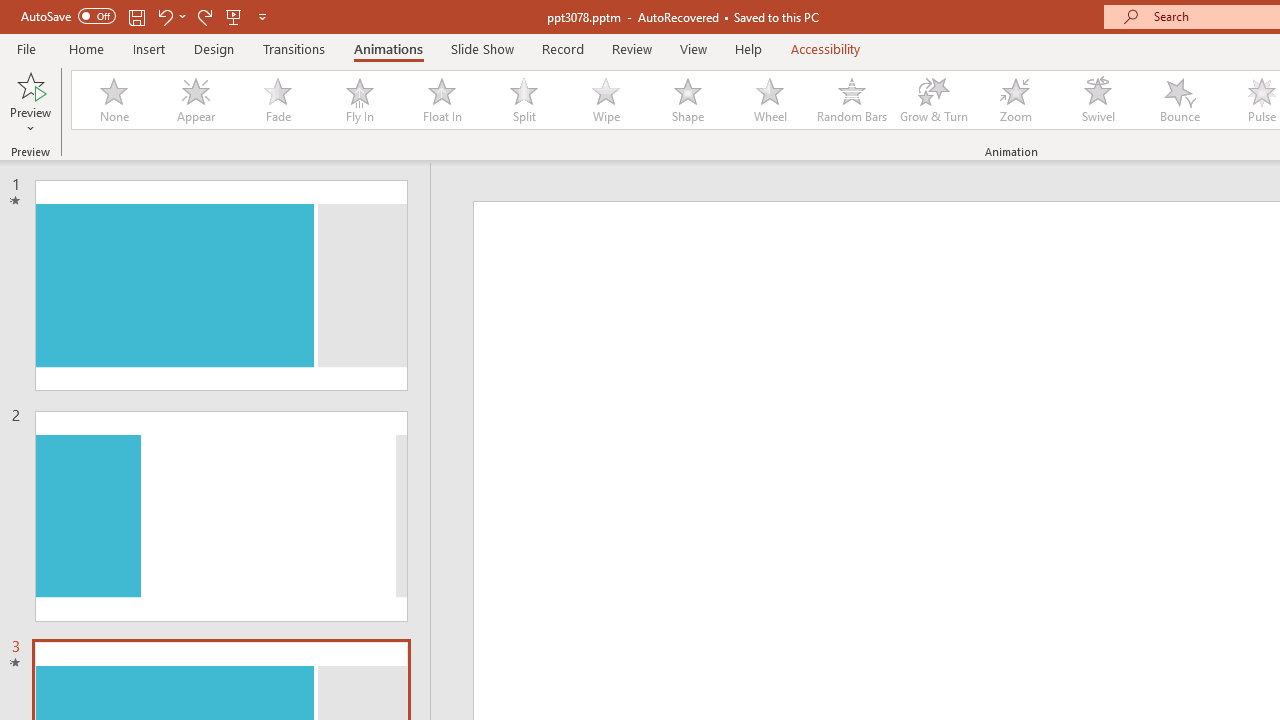 The width and height of the screenshot is (1280, 720). Describe the element at coordinates (112, 100) in the screenshot. I see `'None'` at that location.